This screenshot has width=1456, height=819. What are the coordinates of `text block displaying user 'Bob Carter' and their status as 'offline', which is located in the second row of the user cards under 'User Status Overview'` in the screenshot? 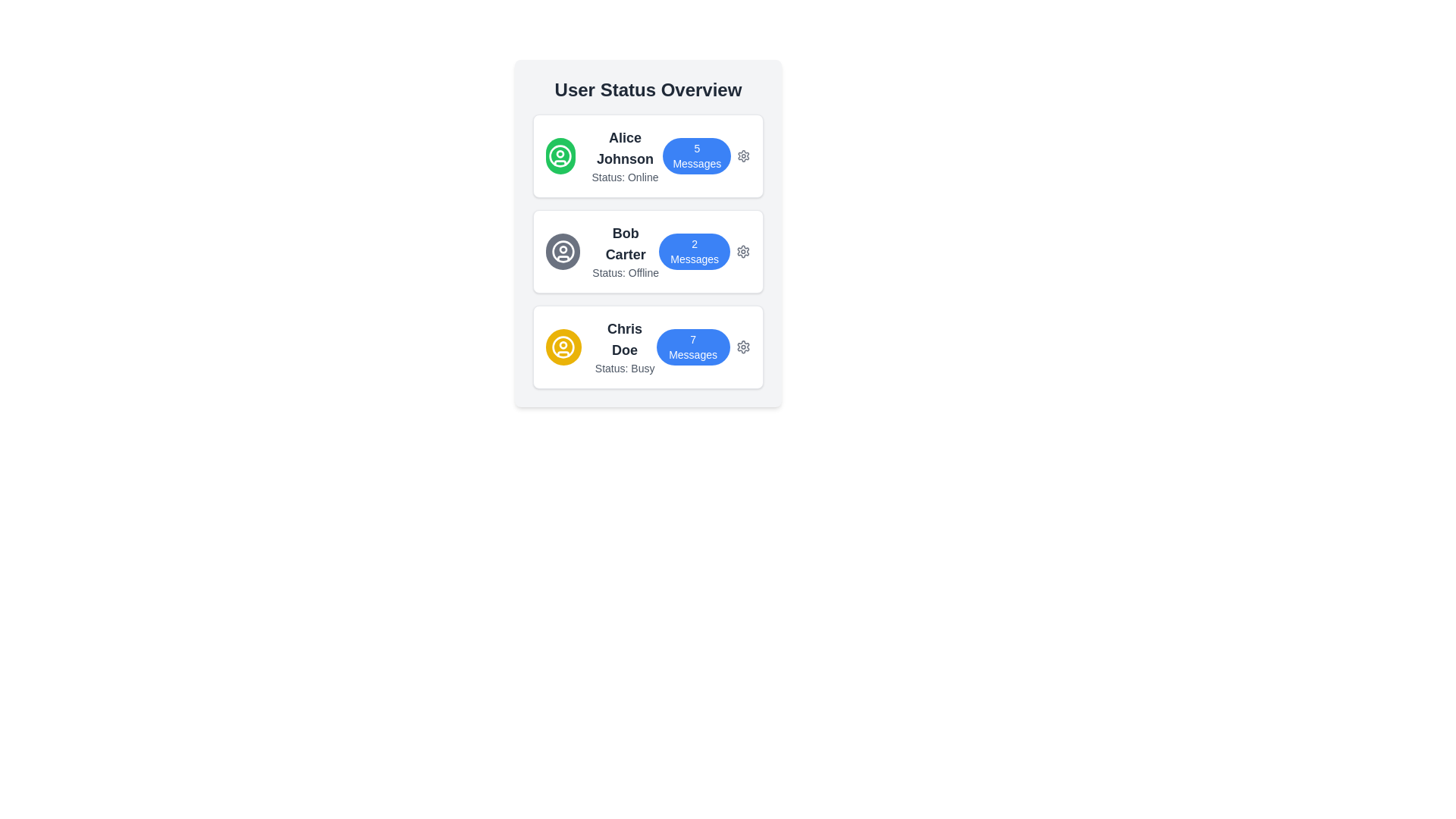 It's located at (626, 250).